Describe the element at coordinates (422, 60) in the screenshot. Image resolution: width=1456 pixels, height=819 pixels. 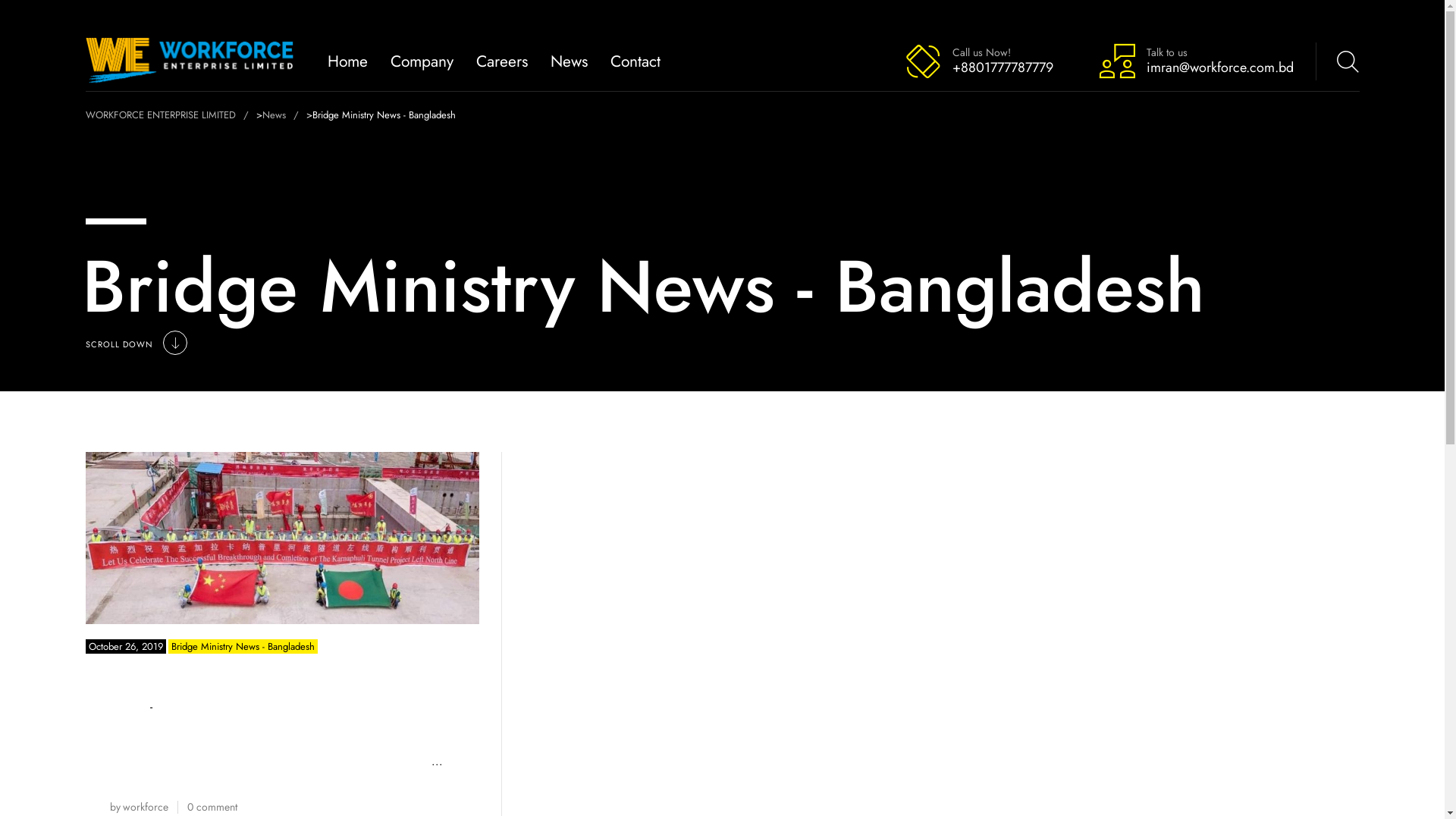
I see `'Company'` at that location.